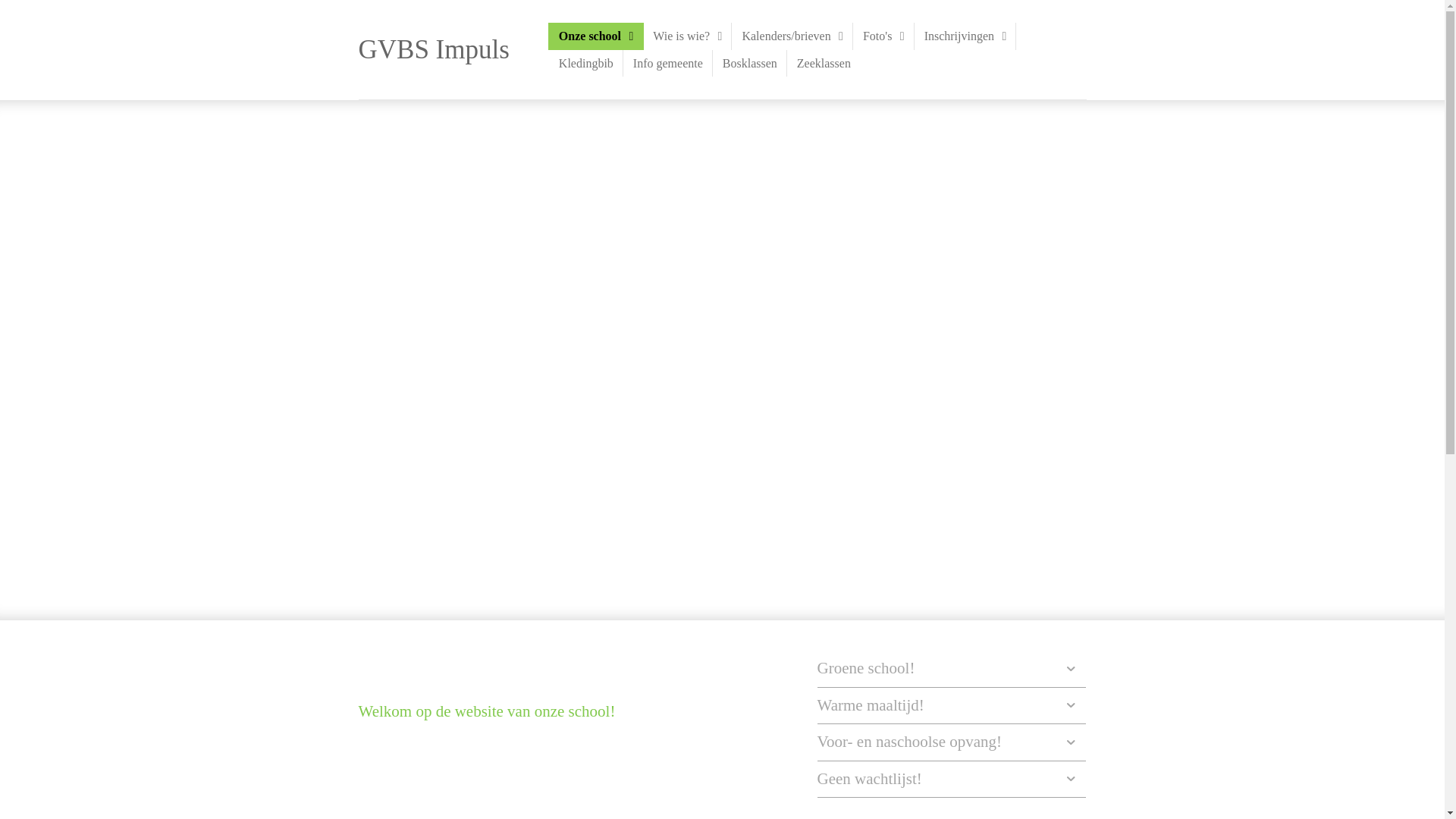  I want to click on 'Wie is wie?', so click(686, 35).